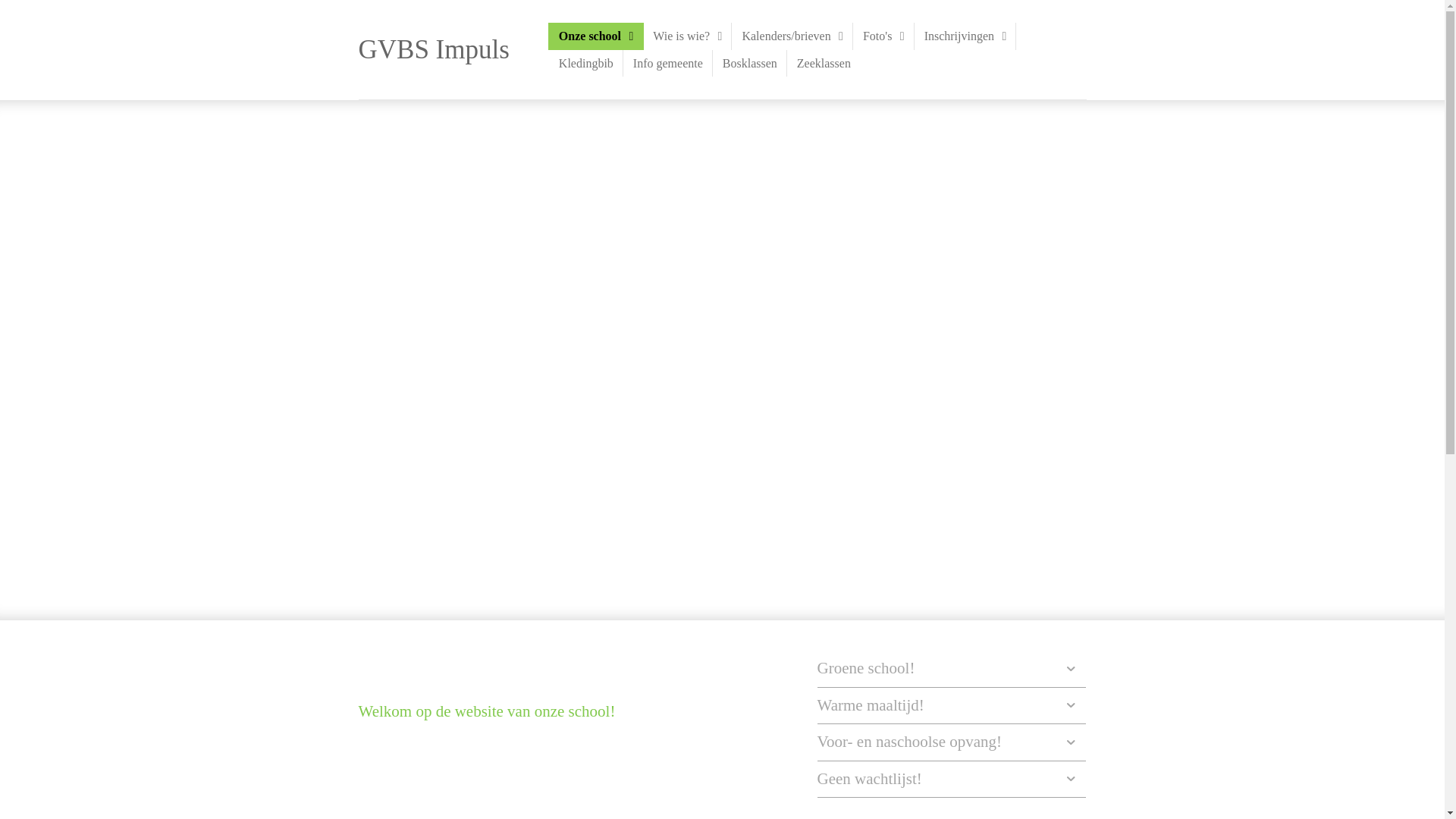  I want to click on 'Wie is wie?', so click(686, 35).